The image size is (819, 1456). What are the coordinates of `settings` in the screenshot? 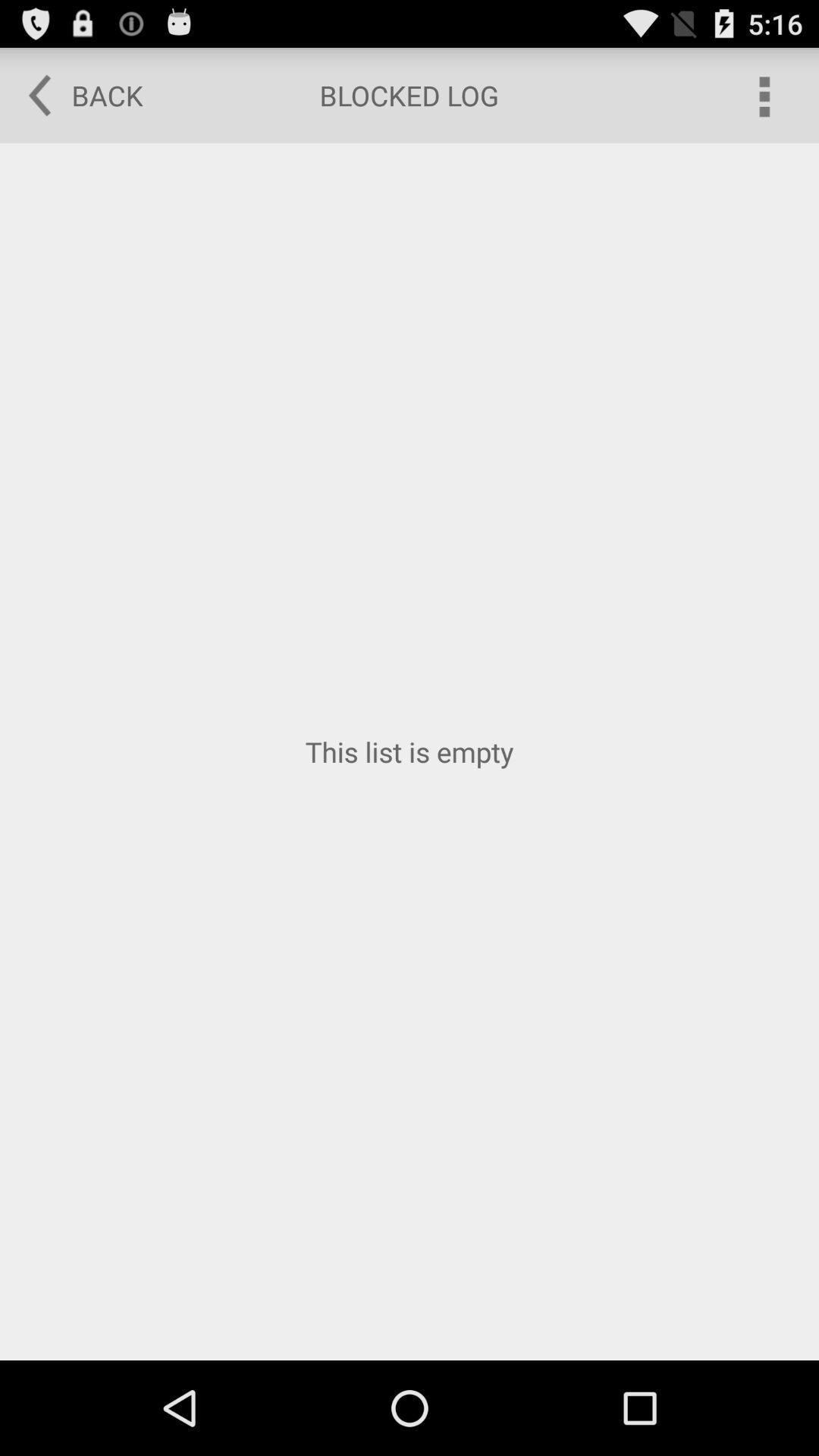 It's located at (763, 94).